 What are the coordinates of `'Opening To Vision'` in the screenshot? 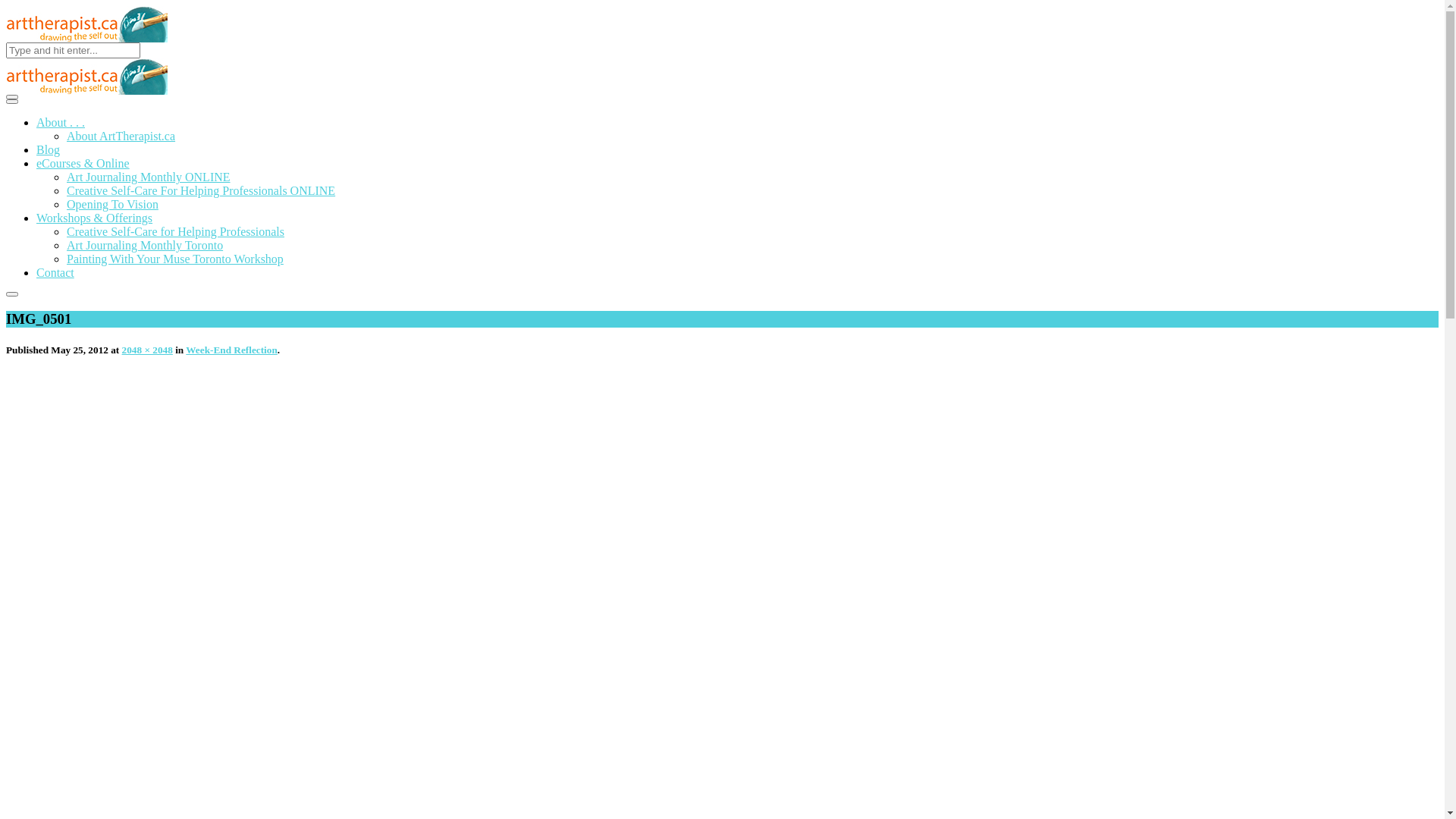 It's located at (111, 203).